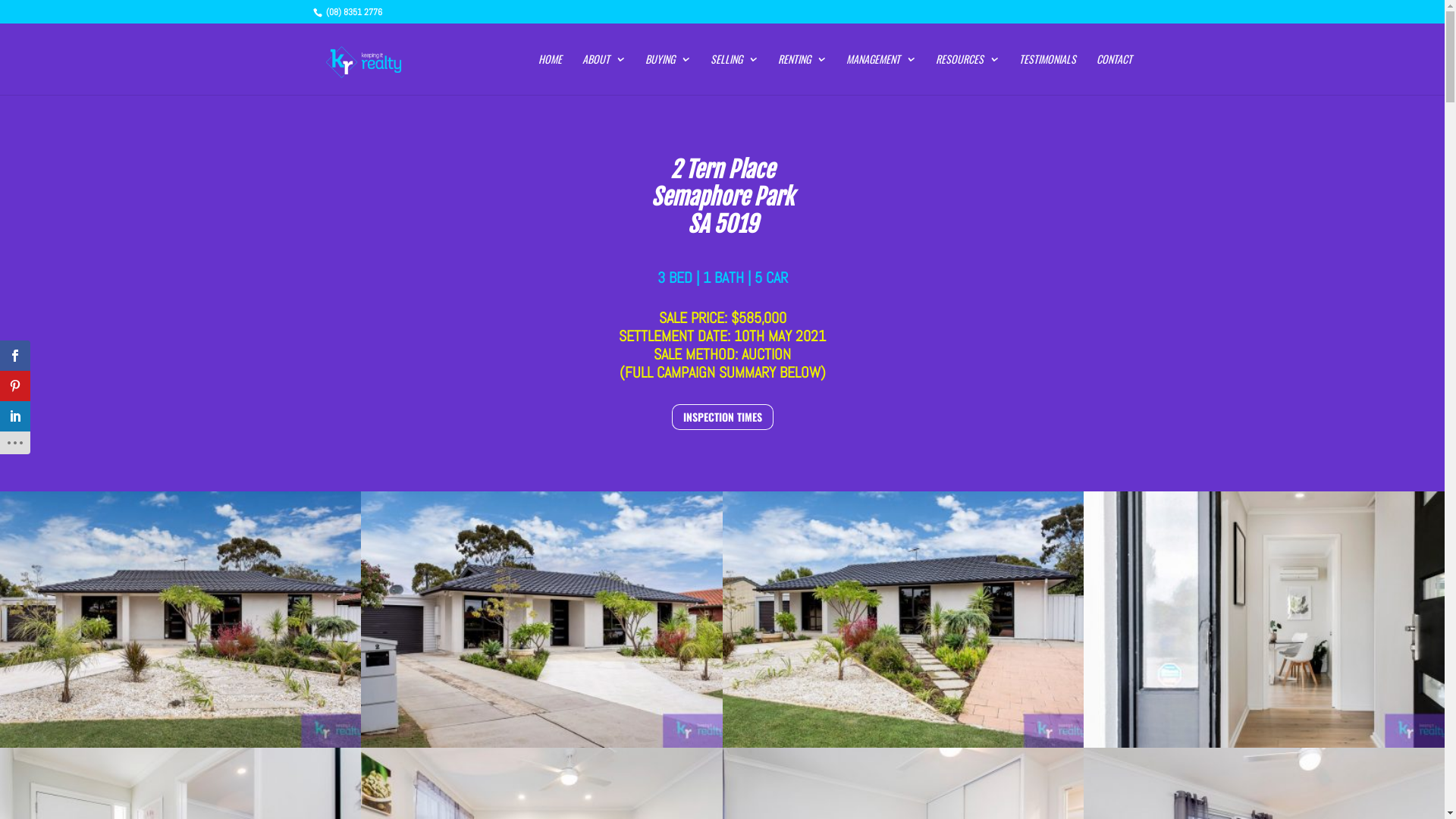 The height and width of the screenshot is (819, 1456). Describe the element at coordinates (549, 74) in the screenshot. I see `'HOME'` at that location.